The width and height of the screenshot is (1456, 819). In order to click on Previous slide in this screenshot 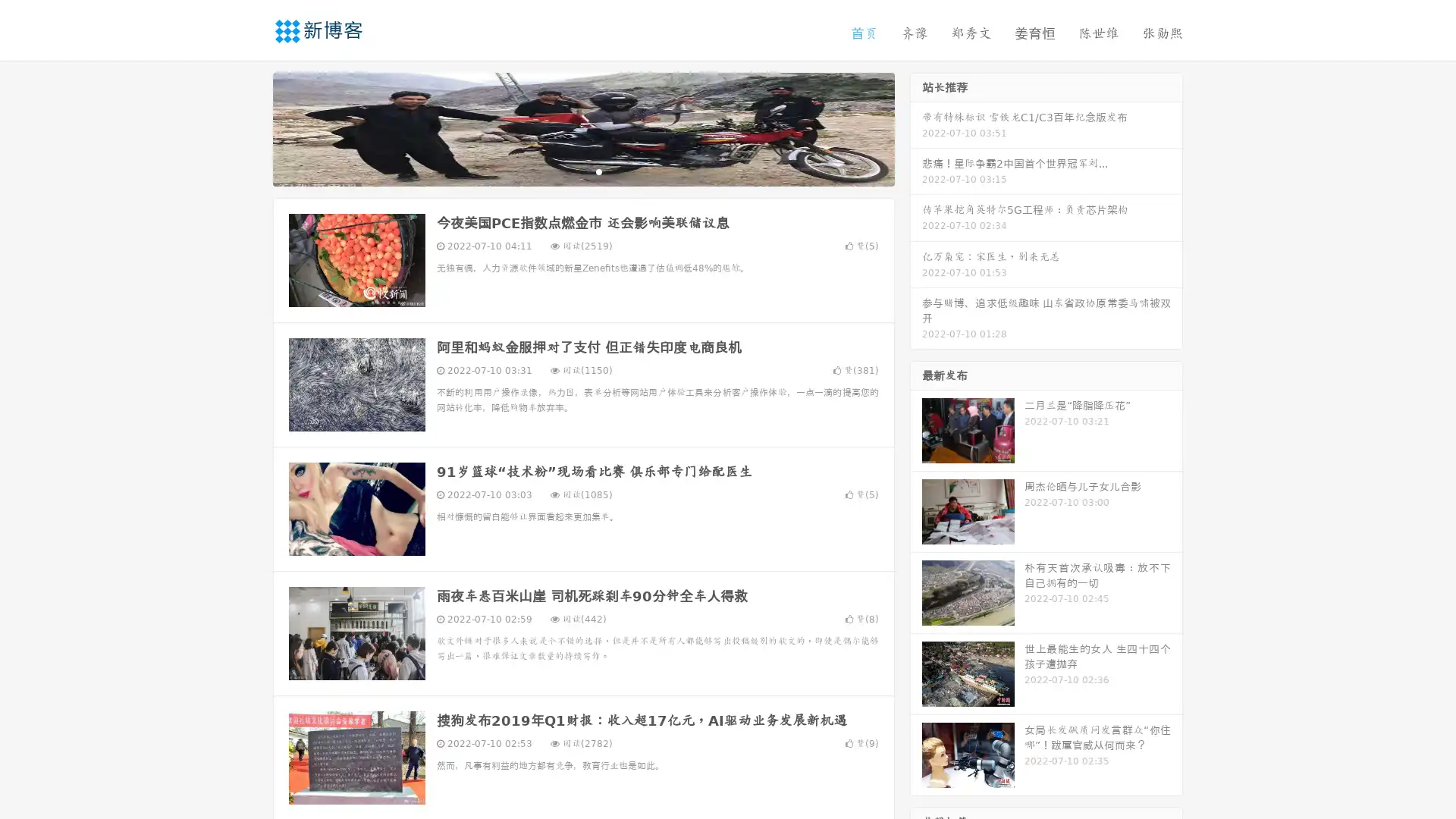, I will do `click(250, 127)`.